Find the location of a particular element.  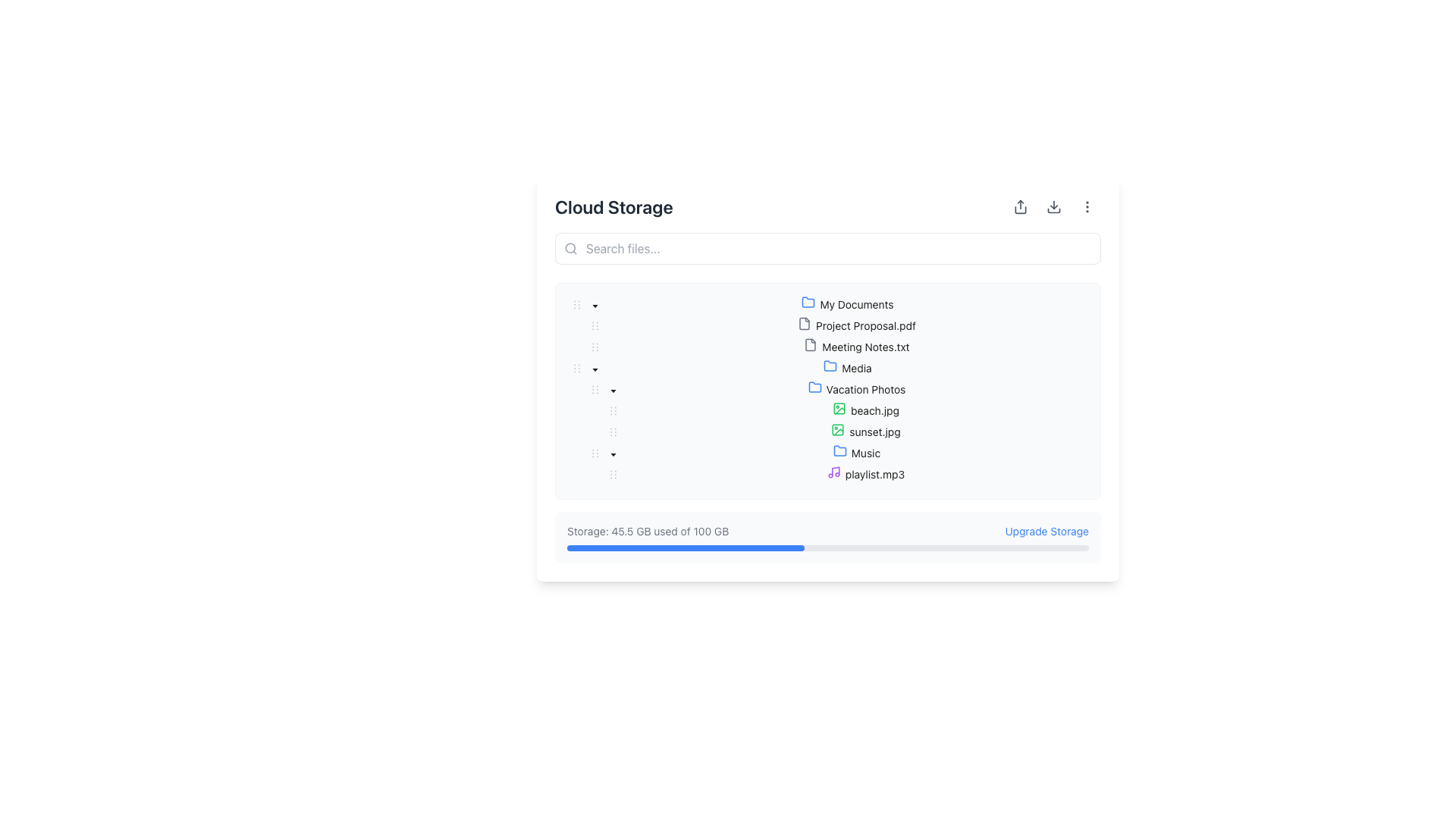

the text label representing 'Meeting Notes.txt' is located at coordinates (866, 347).